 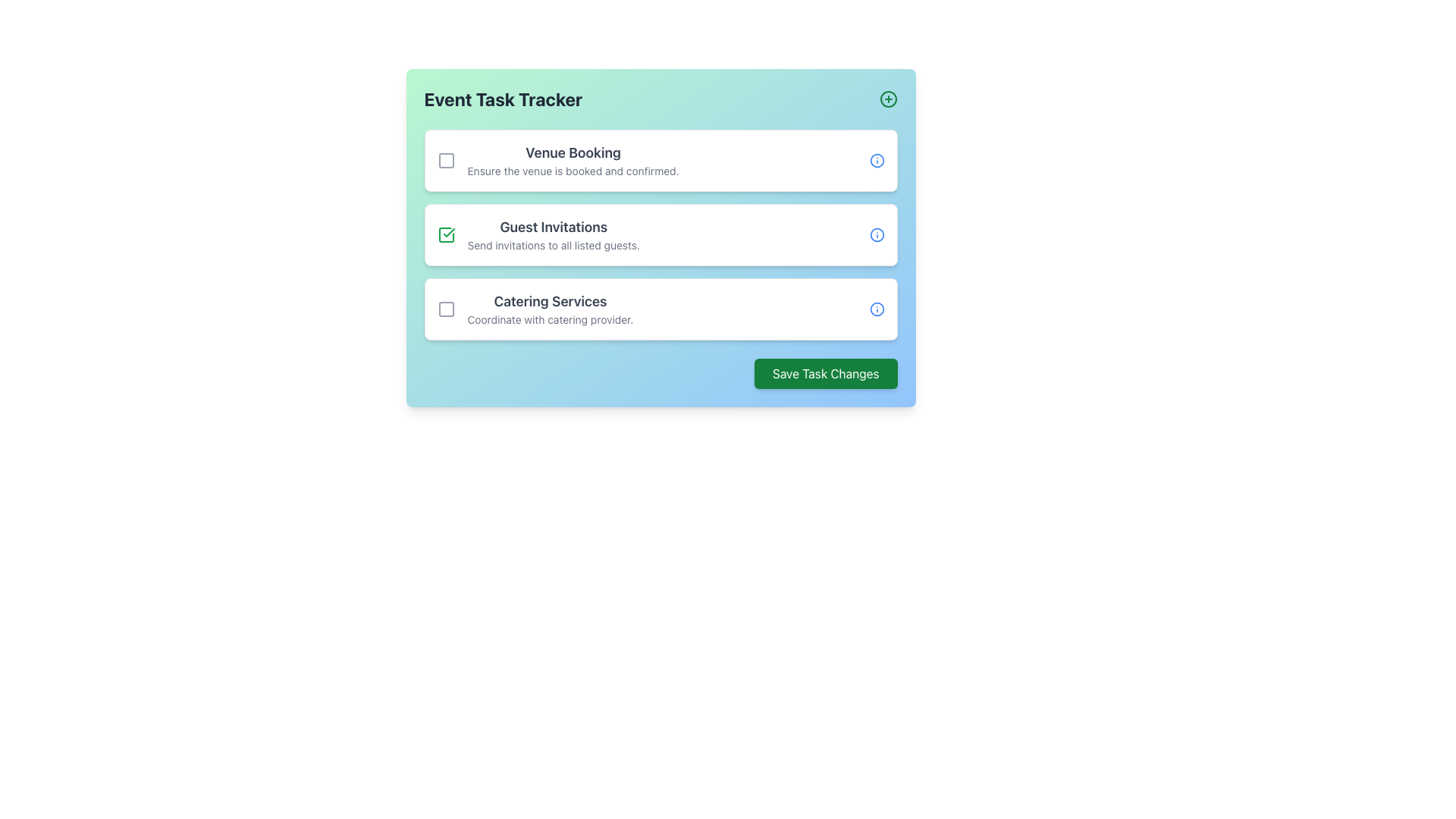 What do you see at coordinates (553, 234) in the screenshot?
I see `the text label that describes the second task item in the vertically arranged task list, positioned between 'Venue Booking' and 'Catering Services'` at bounding box center [553, 234].